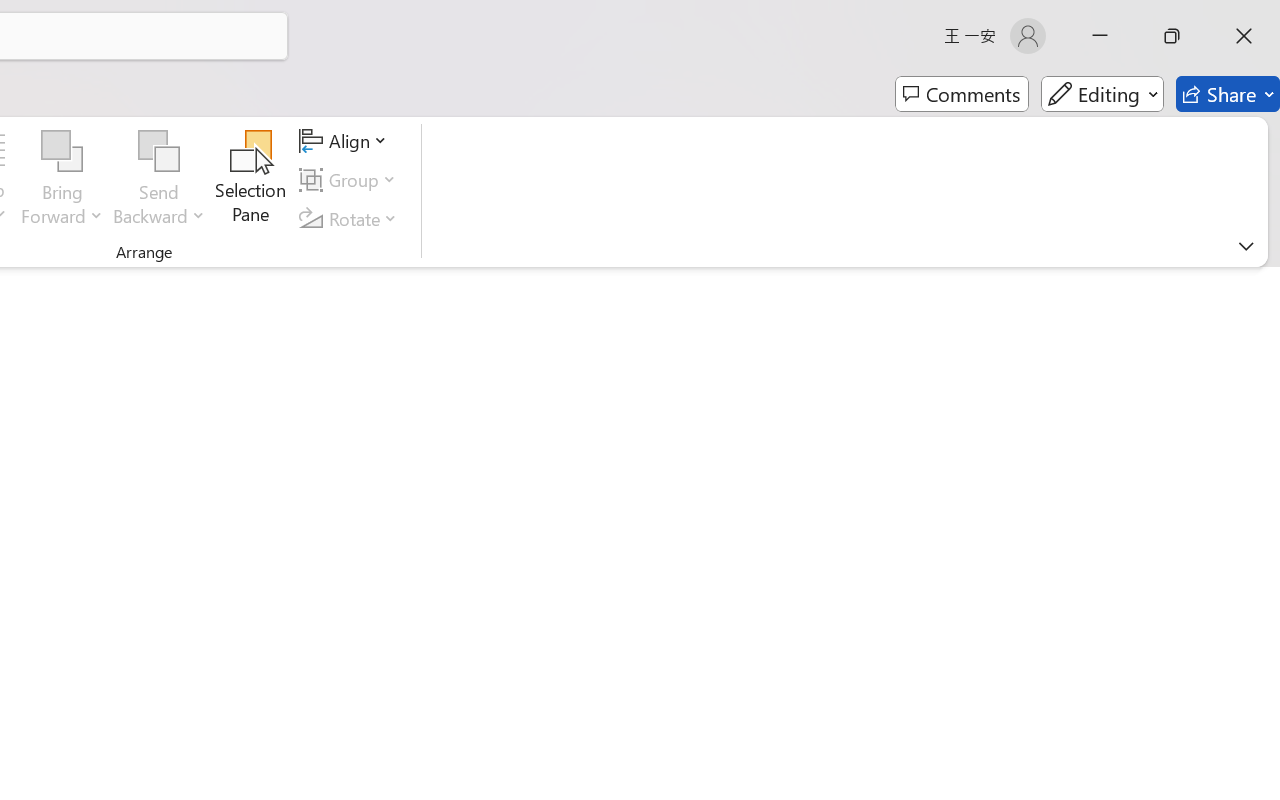 This screenshot has height=800, width=1280. Describe the element at coordinates (62, 179) in the screenshot. I see `'Bring Forward'` at that location.